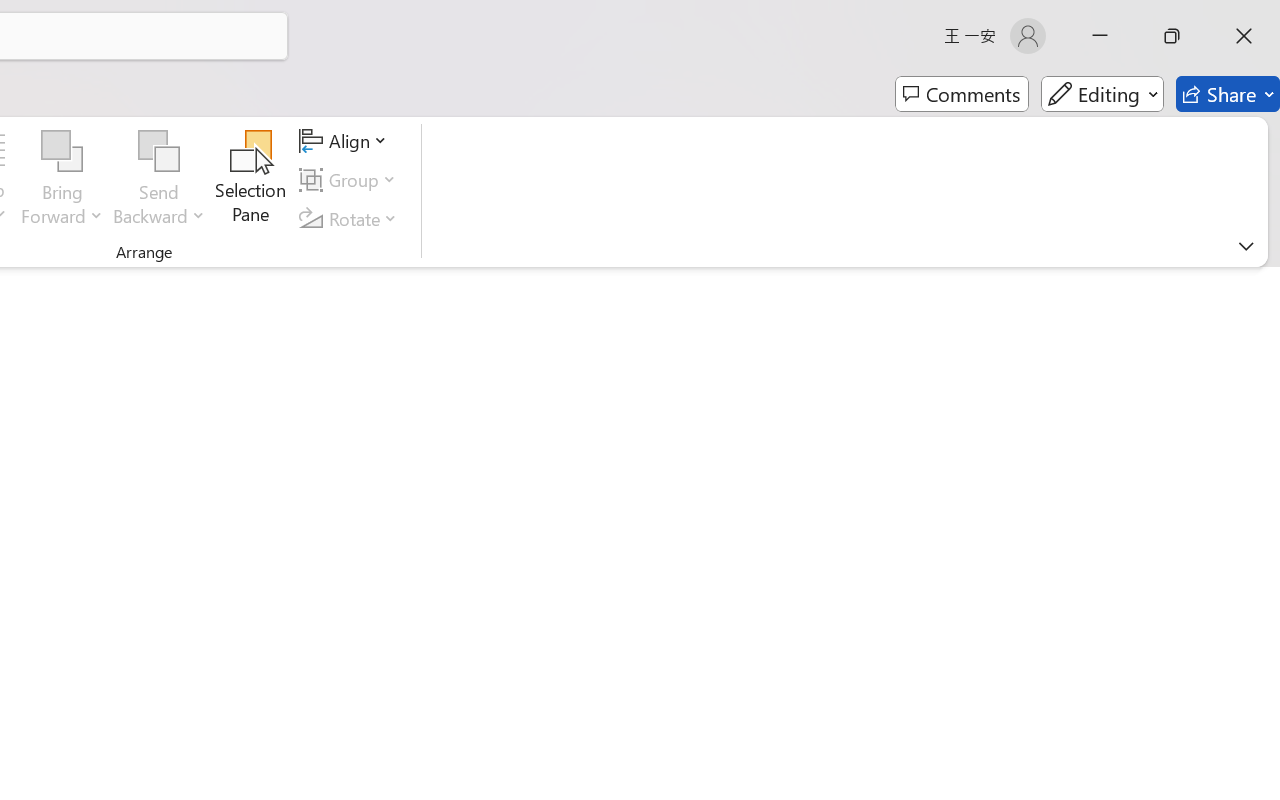 This screenshot has height=800, width=1280. Describe the element at coordinates (62, 179) in the screenshot. I see `'Bring Forward'` at that location.